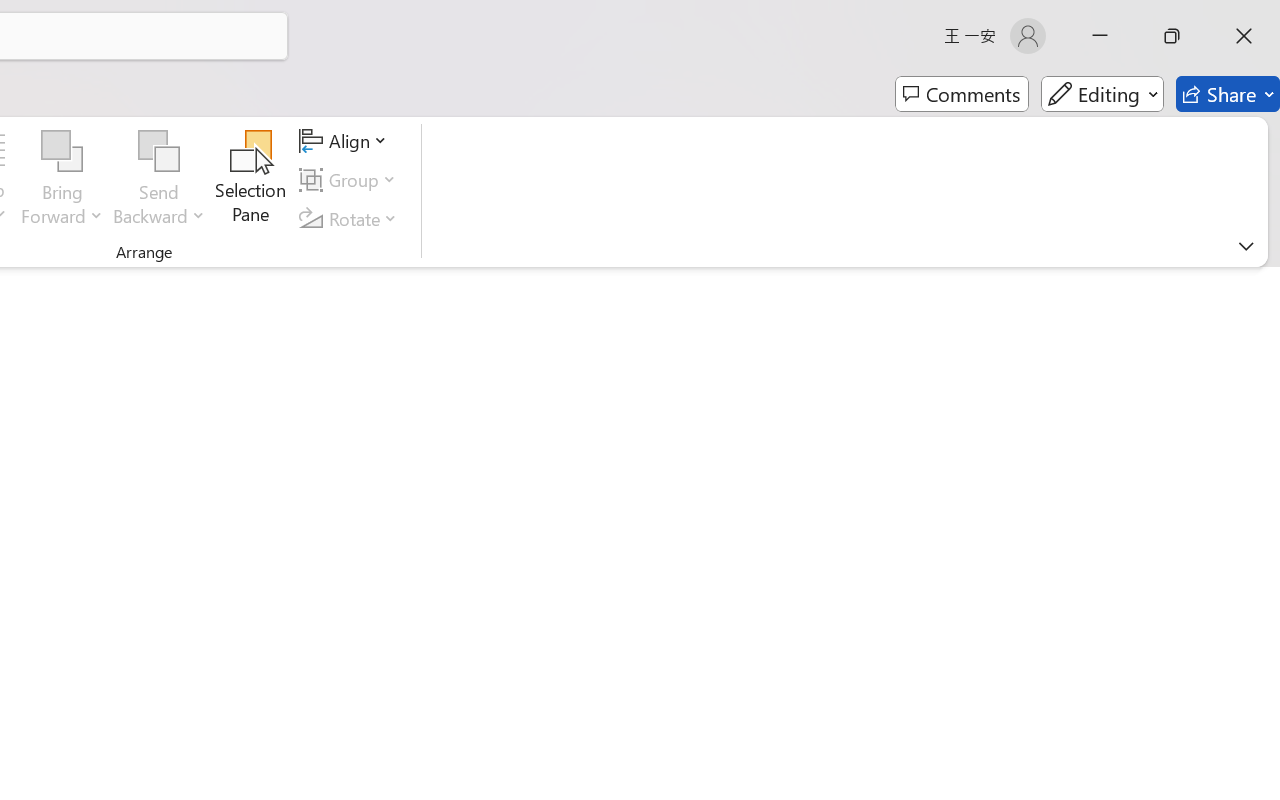 This screenshot has height=800, width=1280. Describe the element at coordinates (62, 179) in the screenshot. I see `'Bring Forward'` at that location.